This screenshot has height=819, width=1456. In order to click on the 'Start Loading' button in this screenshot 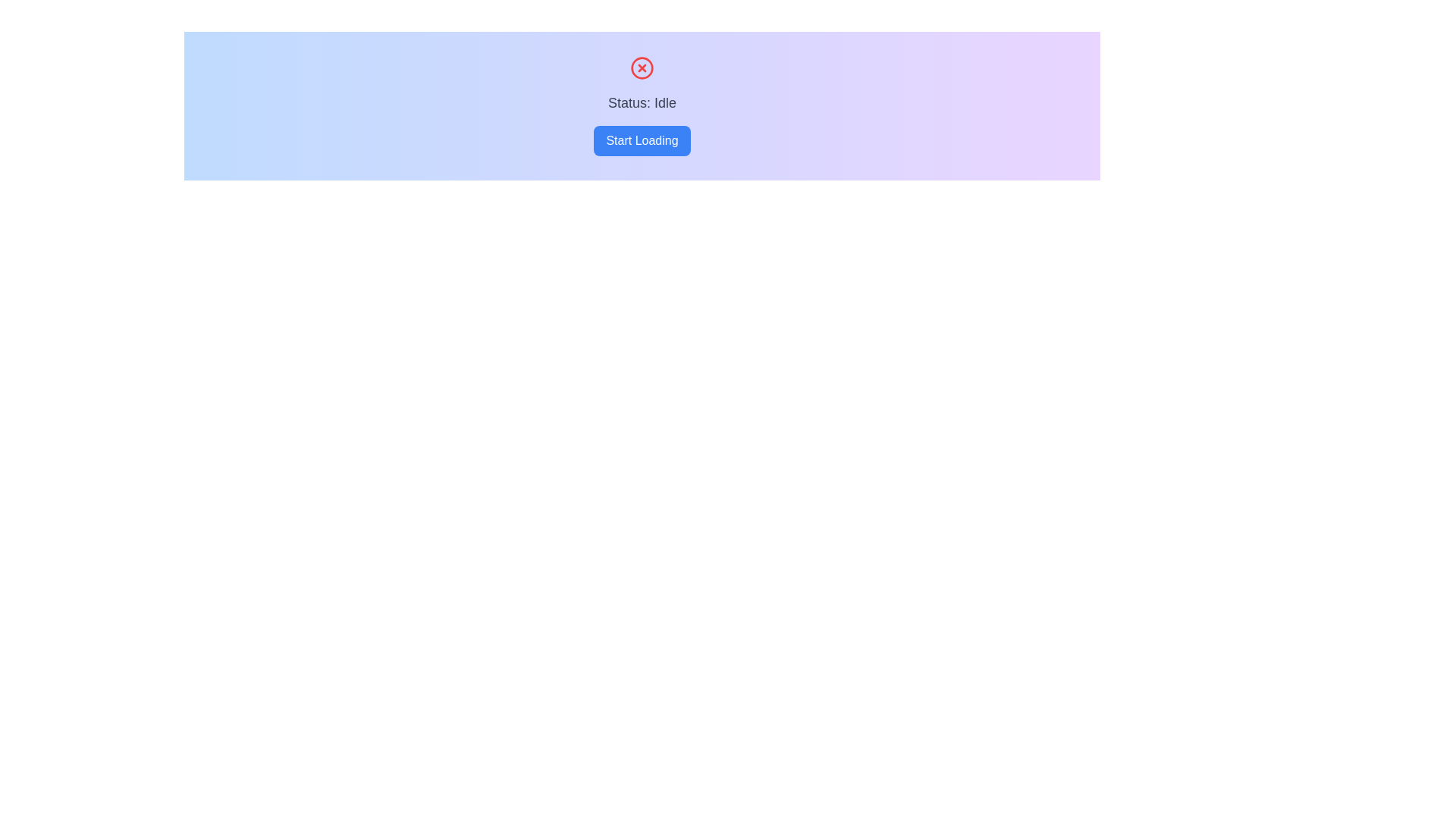, I will do `click(642, 140)`.